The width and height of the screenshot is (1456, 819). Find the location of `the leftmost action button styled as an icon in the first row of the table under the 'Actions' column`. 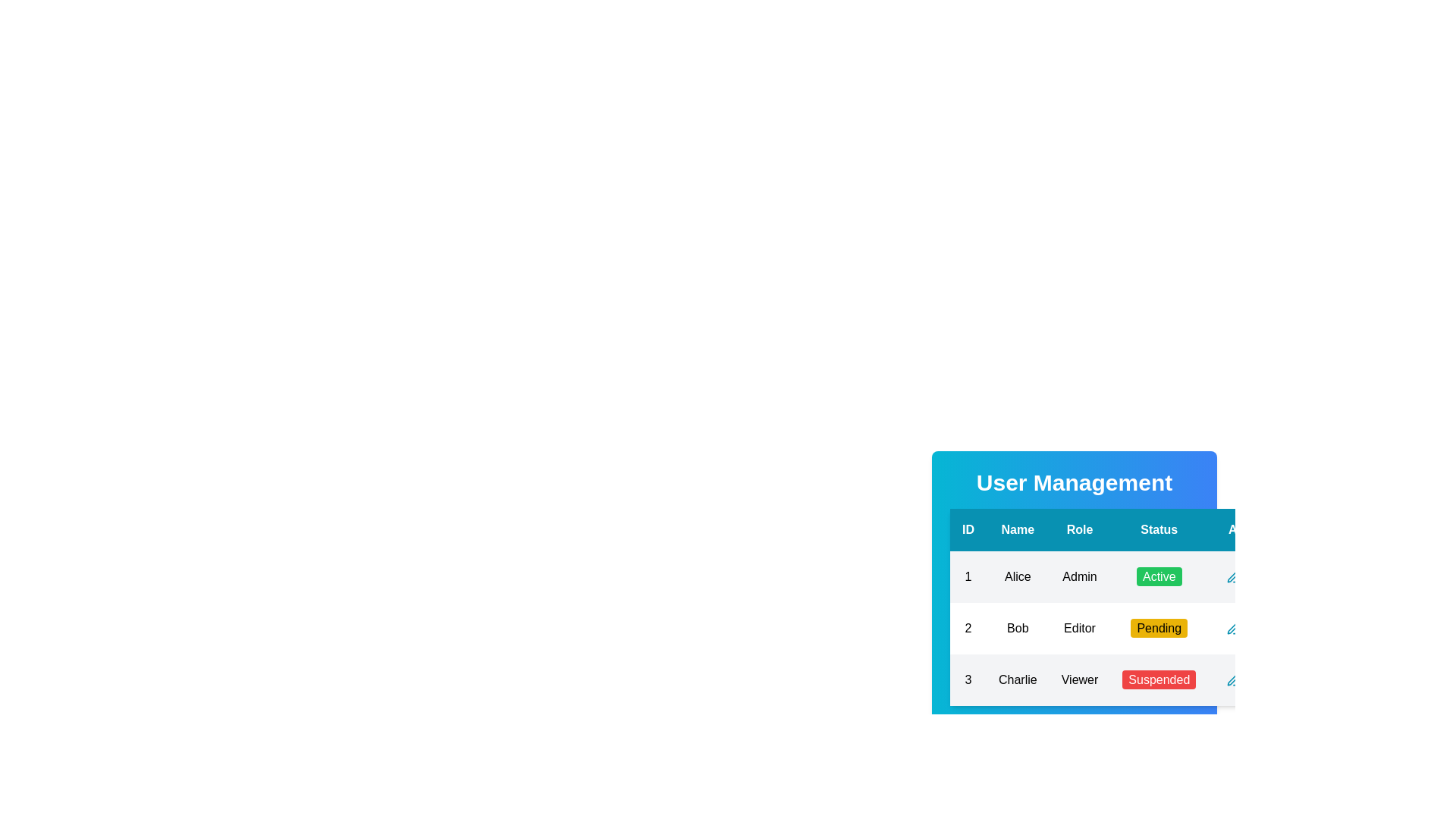

the leftmost action button styled as an icon in the first row of the table under the 'Actions' column is located at coordinates (1234, 576).